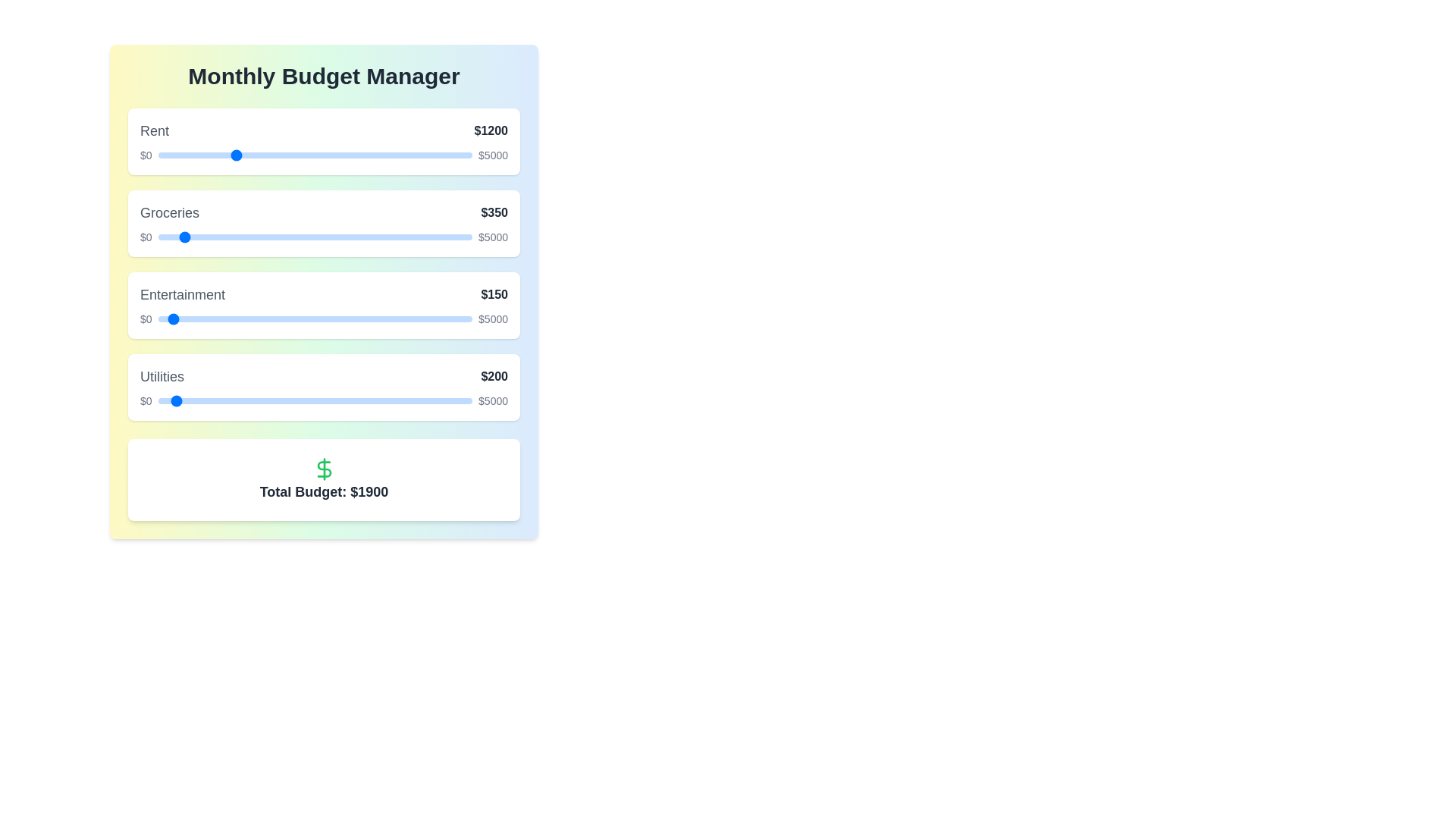 The image size is (1456, 819). What do you see at coordinates (323, 468) in the screenshot?
I see `the dollar sign icon that signifies monetary information related to the total budget, which is located above the text 'Total Budget: $1900'` at bounding box center [323, 468].